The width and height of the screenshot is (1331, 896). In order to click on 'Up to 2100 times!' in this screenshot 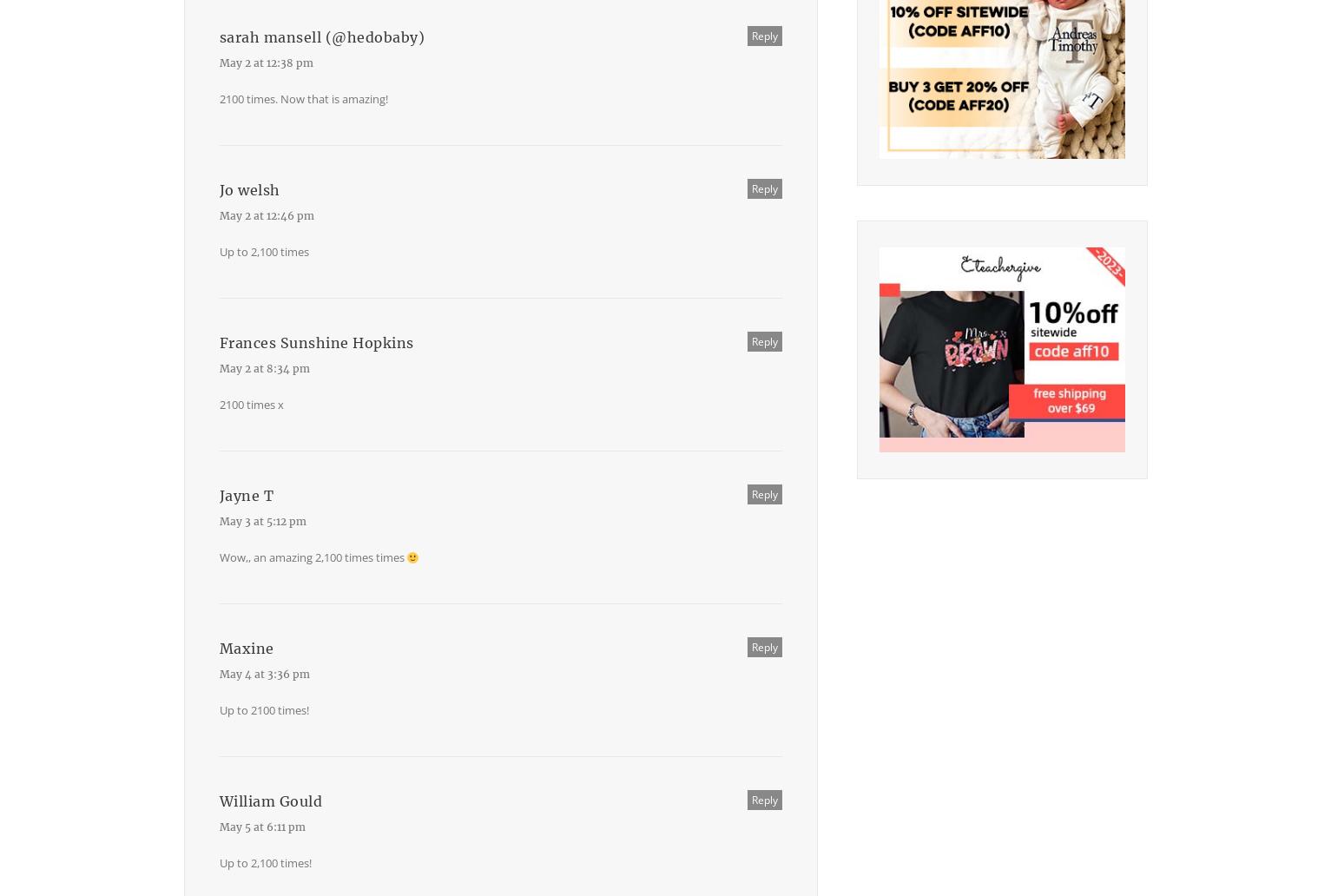, I will do `click(263, 709)`.